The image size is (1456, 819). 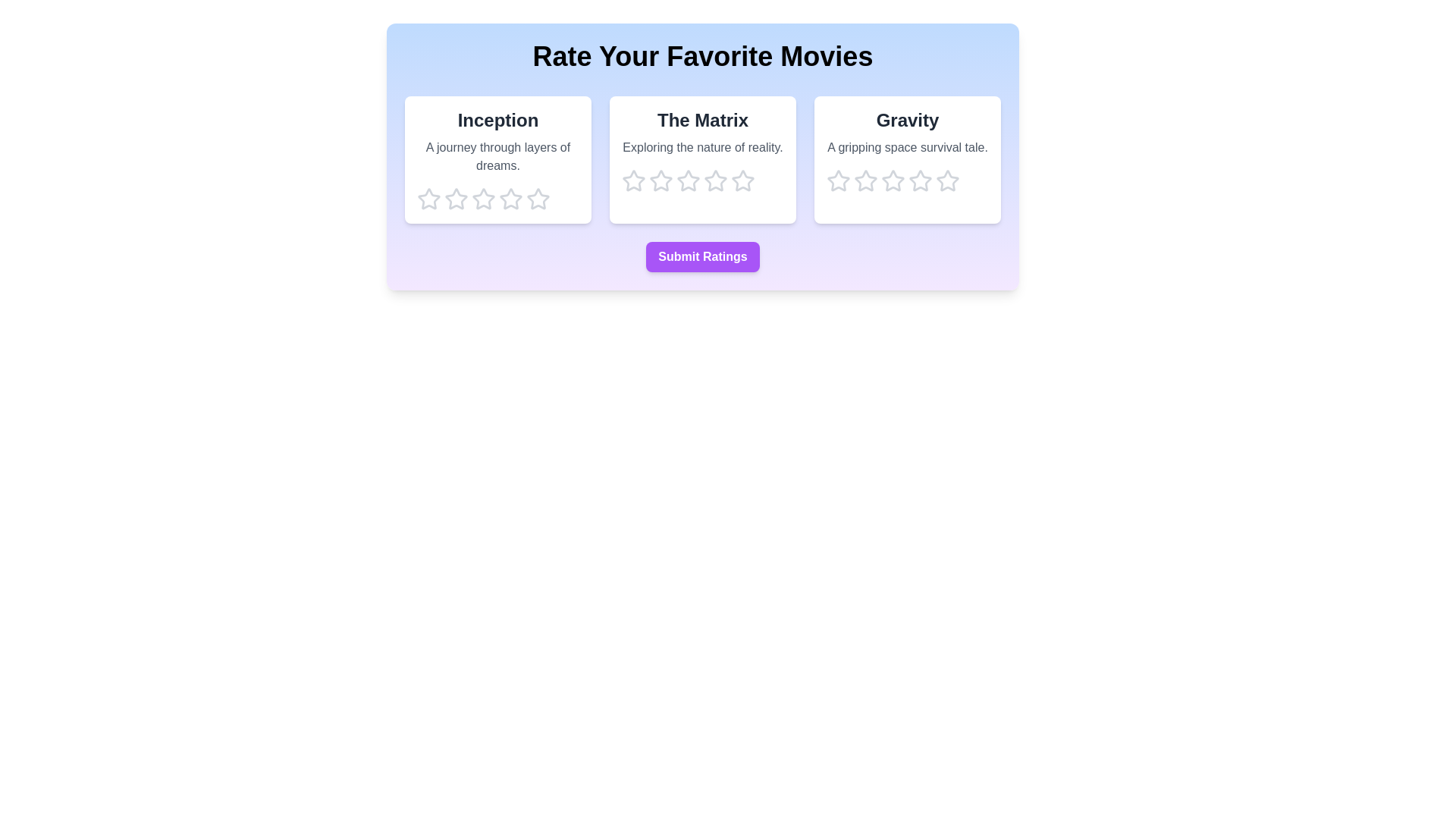 What do you see at coordinates (701, 256) in the screenshot?
I see `the 'Submit Ratings' button to finalize the ratings` at bounding box center [701, 256].